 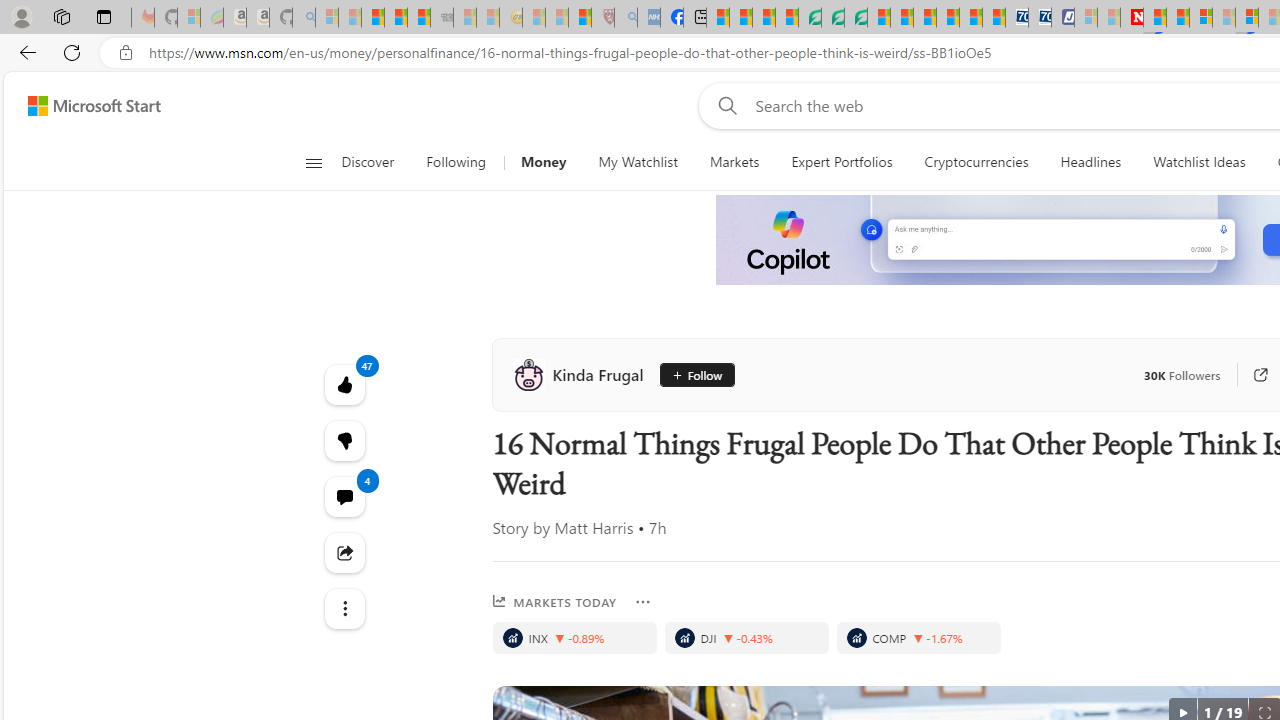 I want to click on 'Local - MSN', so click(x=579, y=17).